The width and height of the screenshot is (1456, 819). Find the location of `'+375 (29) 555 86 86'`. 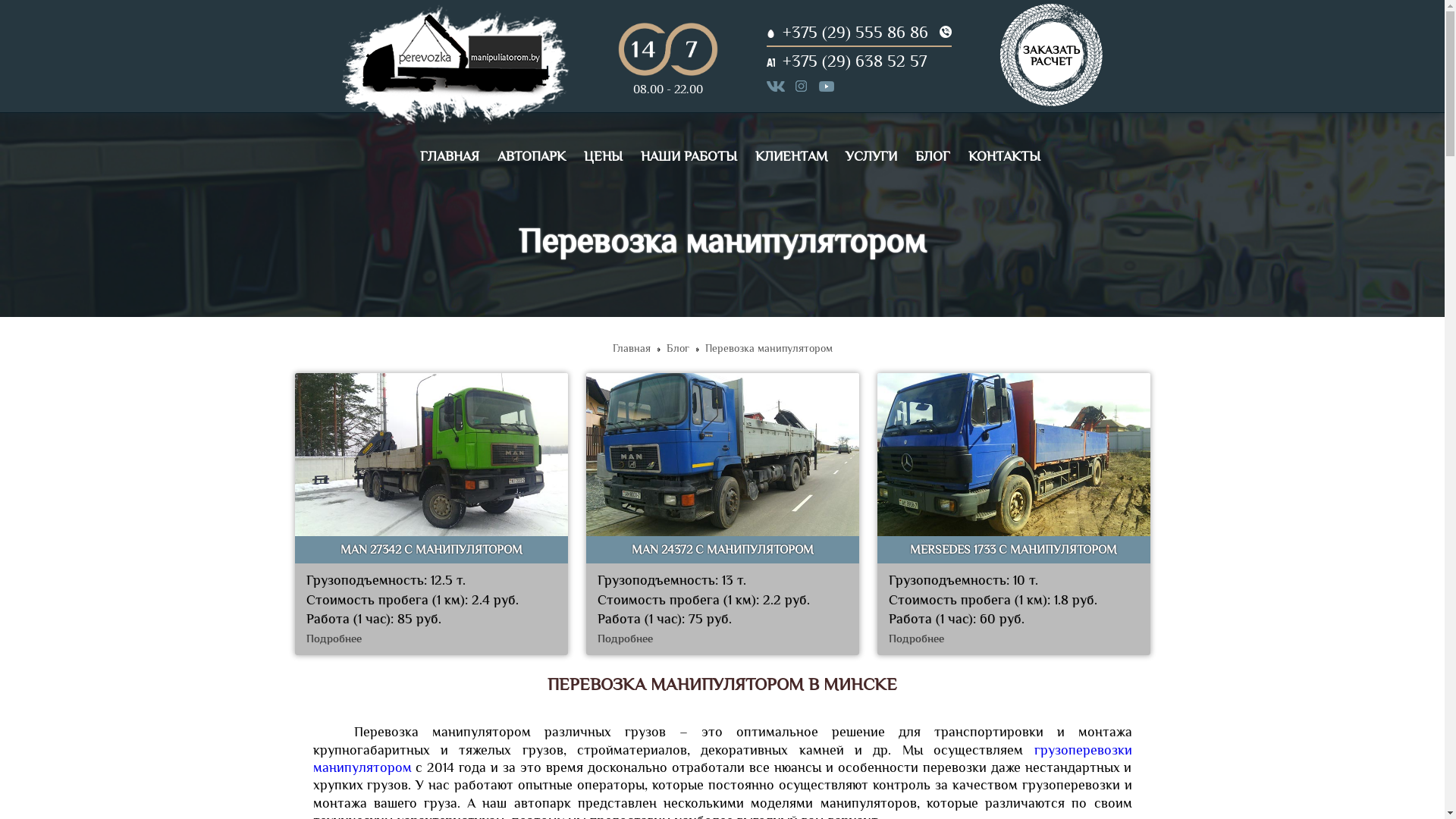

'+375 (29) 555 86 86' is located at coordinates (855, 32).